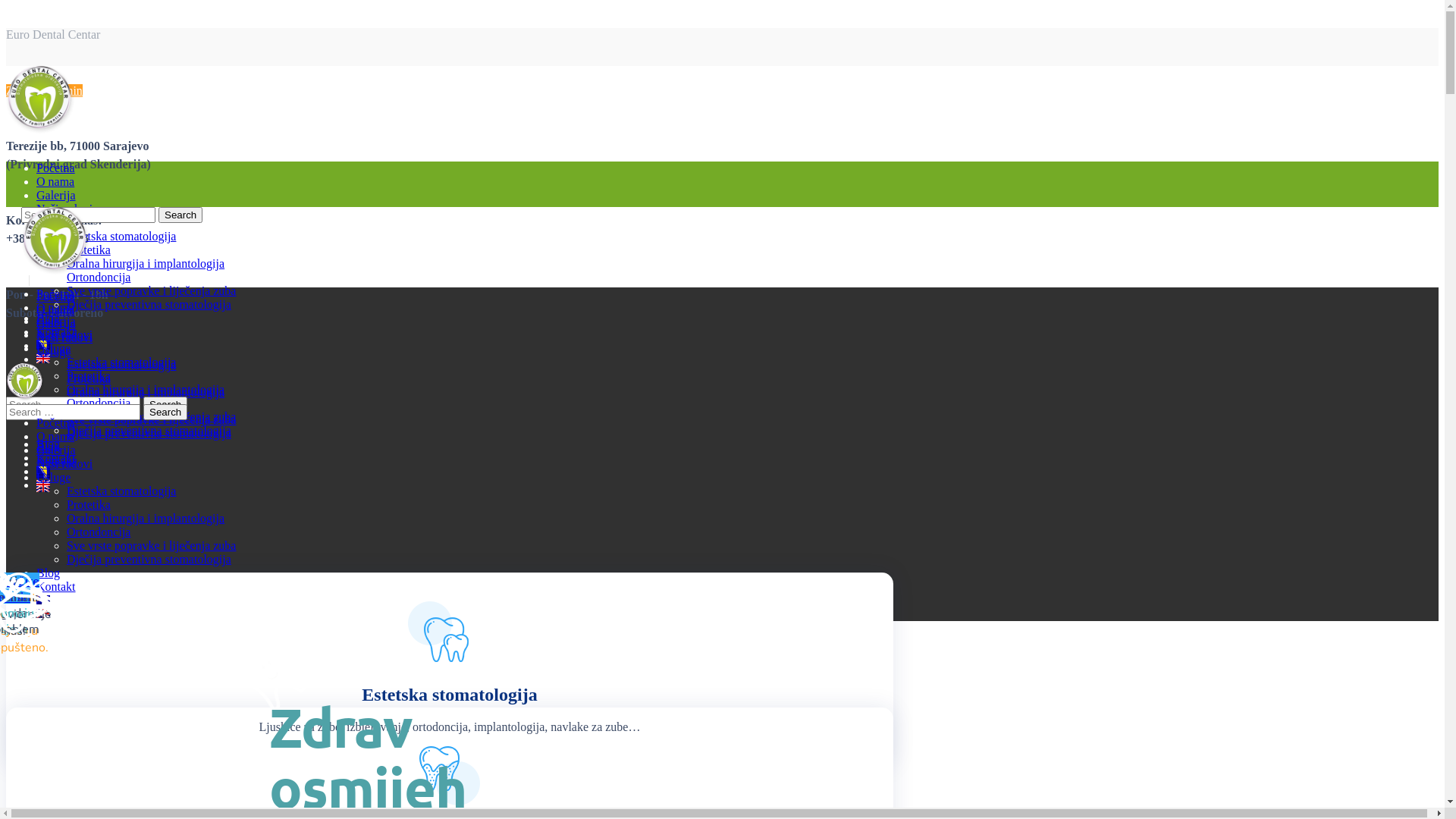  I want to click on 'Ortondoncija', so click(97, 402).